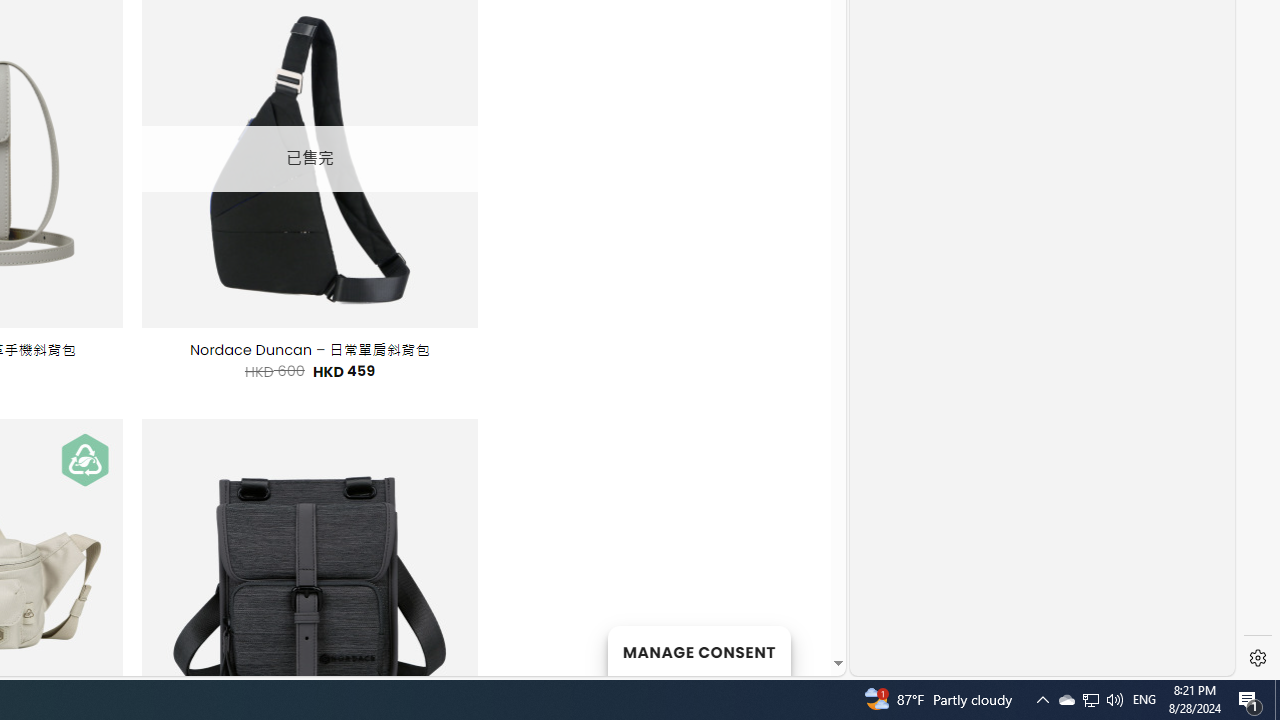  What do you see at coordinates (698, 650) in the screenshot?
I see `'MANAGE CONSENT'` at bounding box center [698, 650].